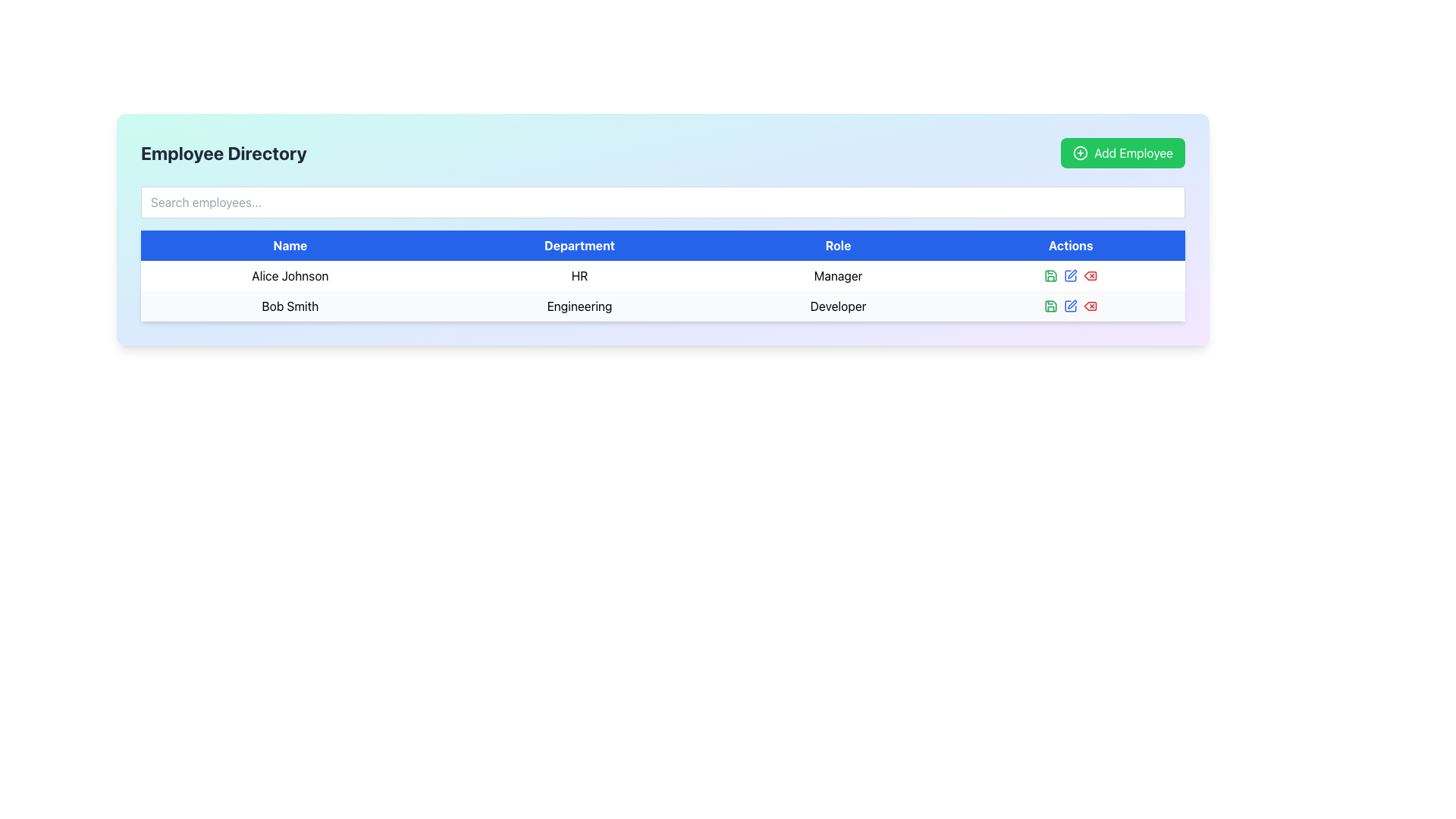  I want to click on the Text Label indicating the role 'Manager' of Alice Johnson in the Role column of the table, so click(837, 275).